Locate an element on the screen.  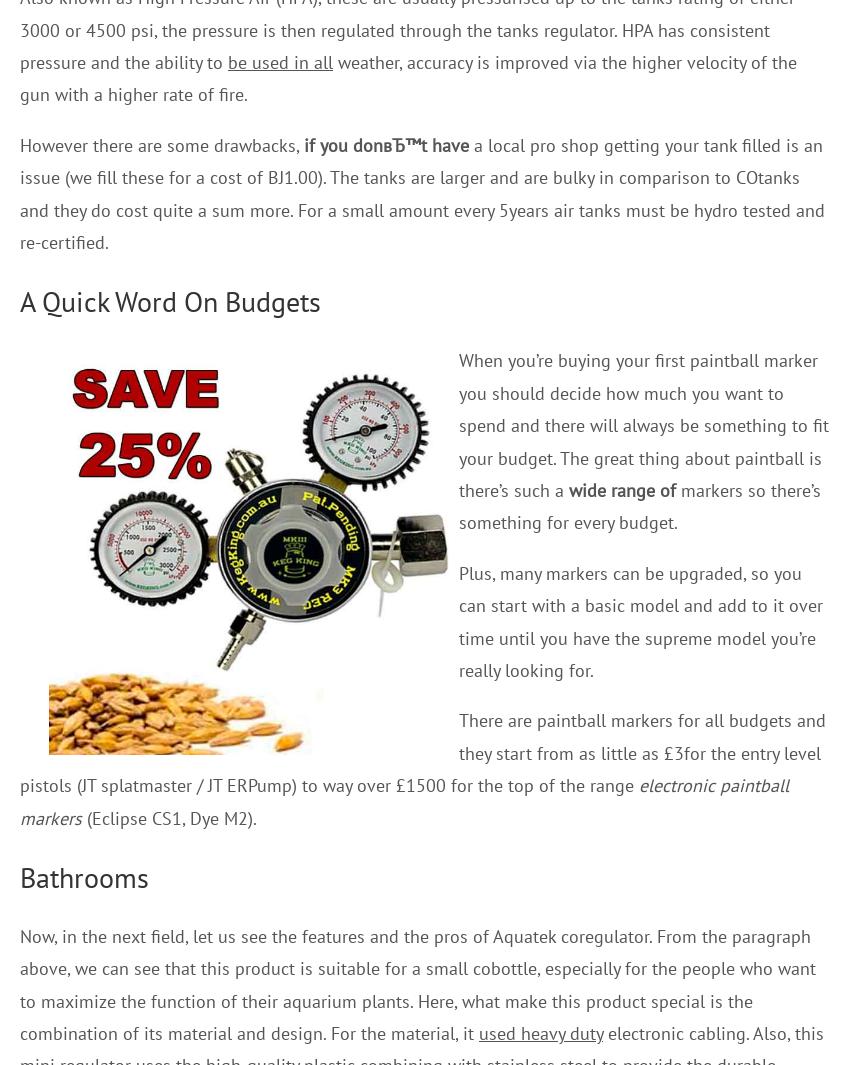
'Bathrooms' is located at coordinates (84, 876).